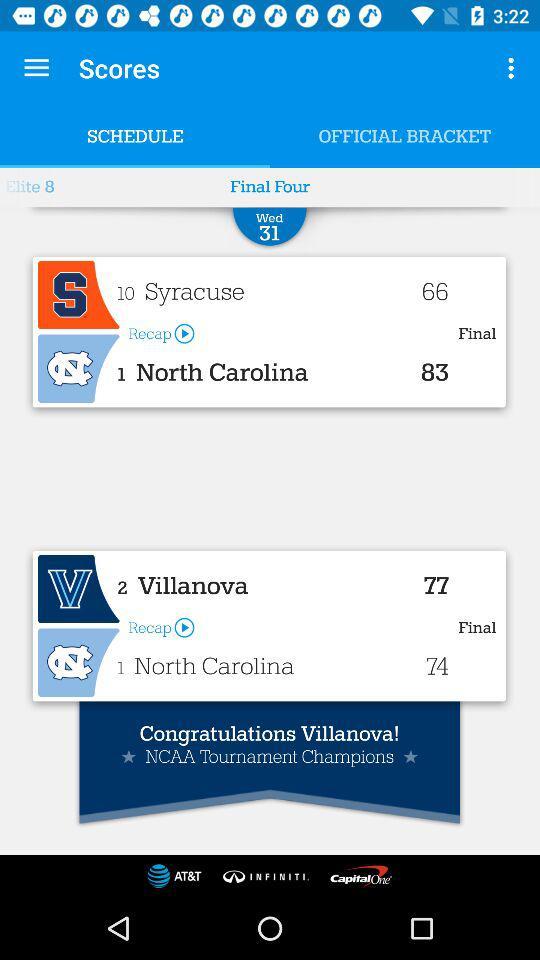  I want to click on three dots below time, so click(514, 68).